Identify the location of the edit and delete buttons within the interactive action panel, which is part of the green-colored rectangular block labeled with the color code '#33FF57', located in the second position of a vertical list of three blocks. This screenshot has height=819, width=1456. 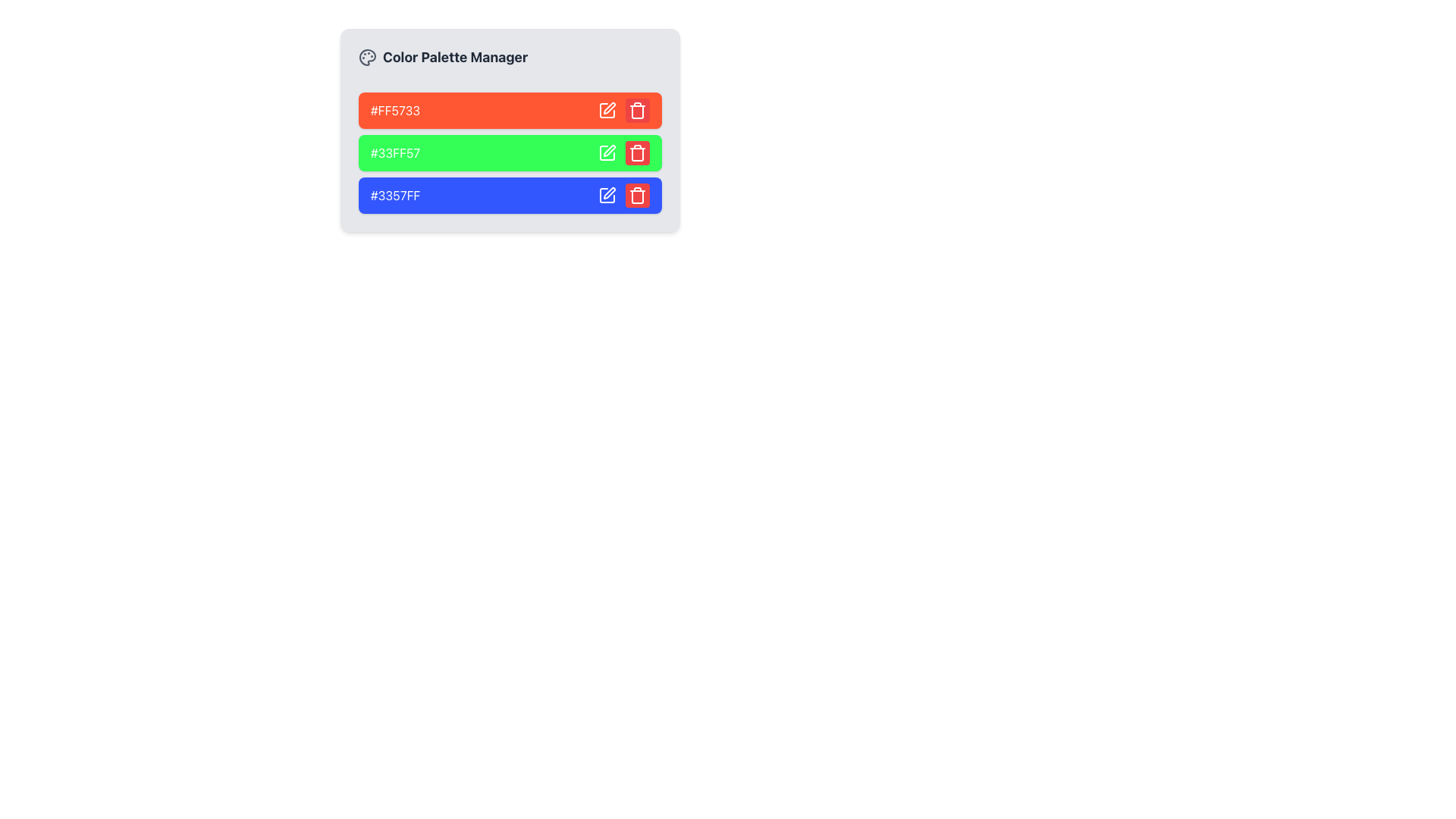
(622, 152).